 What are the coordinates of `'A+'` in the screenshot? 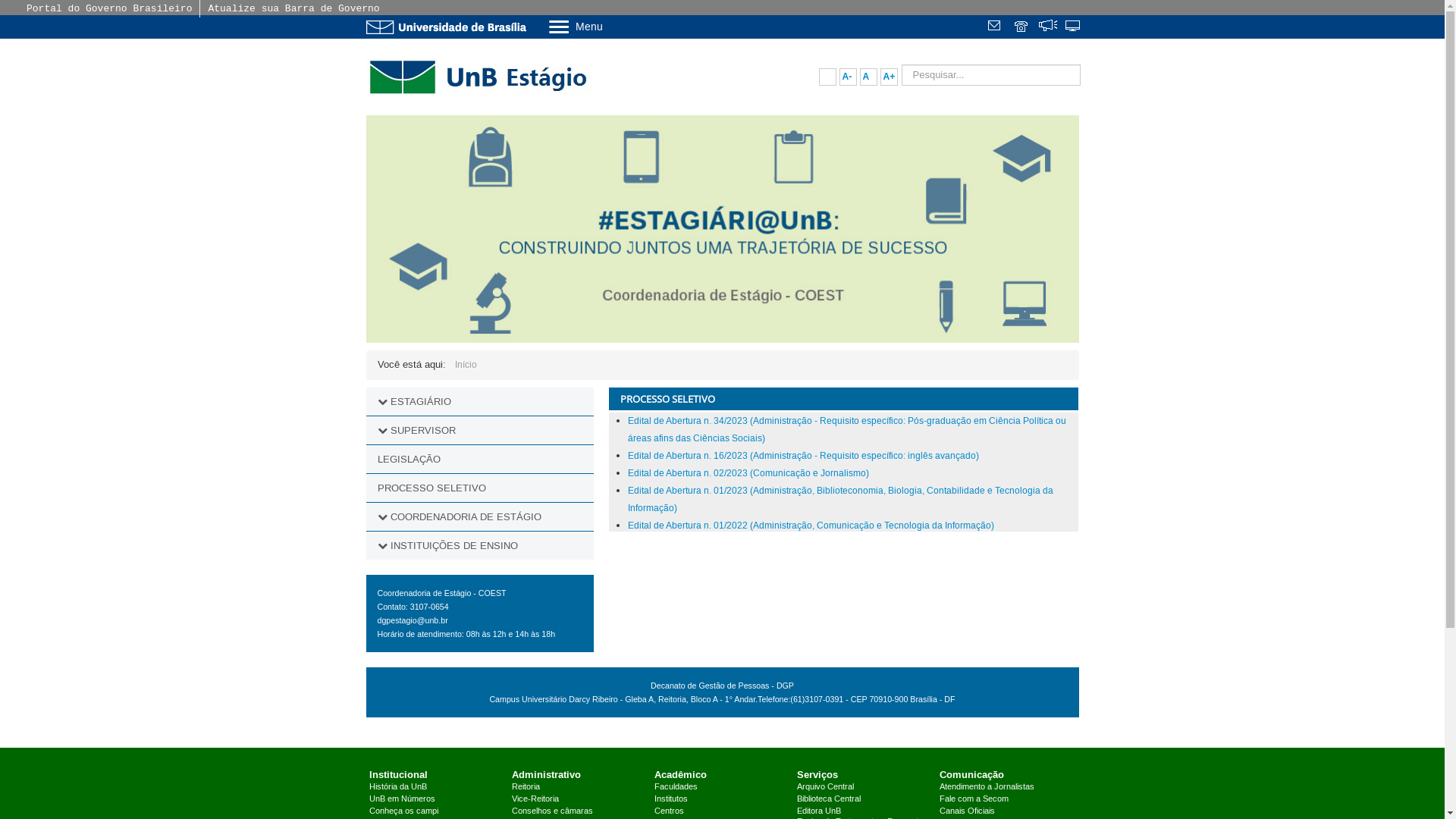 It's located at (880, 77).